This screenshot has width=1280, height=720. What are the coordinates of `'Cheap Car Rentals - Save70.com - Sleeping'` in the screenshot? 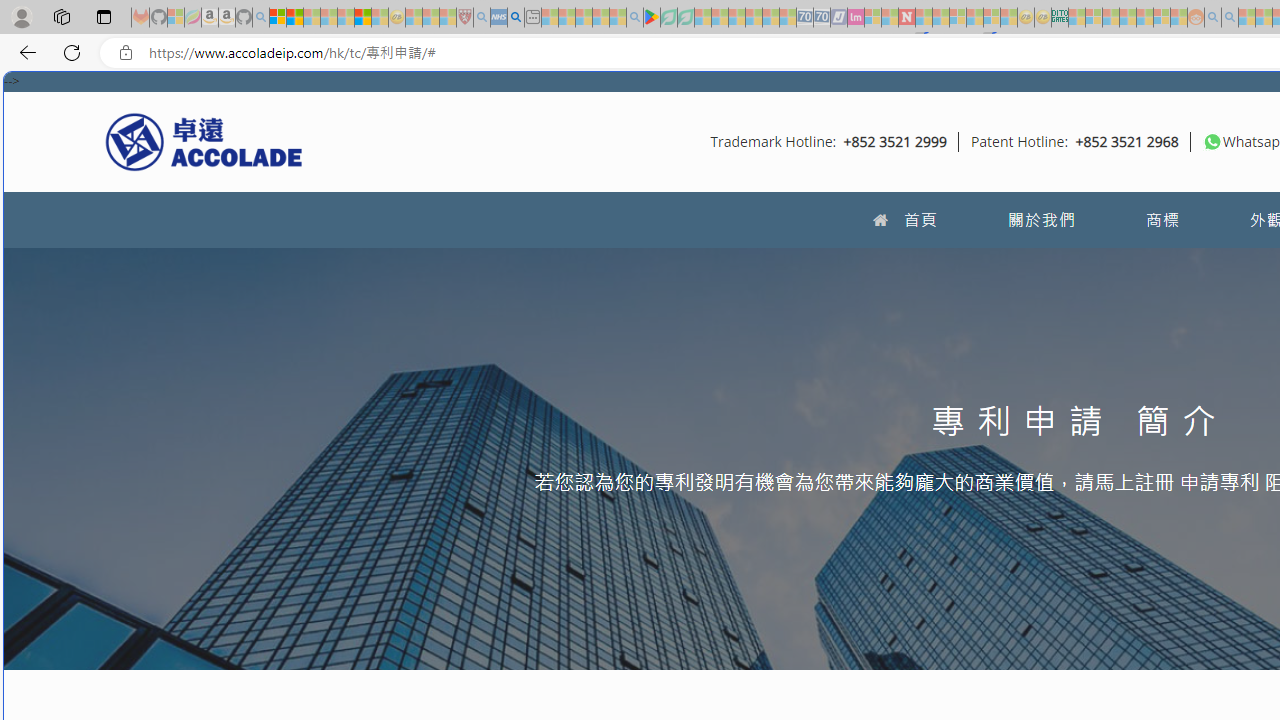 It's located at (805, 17).